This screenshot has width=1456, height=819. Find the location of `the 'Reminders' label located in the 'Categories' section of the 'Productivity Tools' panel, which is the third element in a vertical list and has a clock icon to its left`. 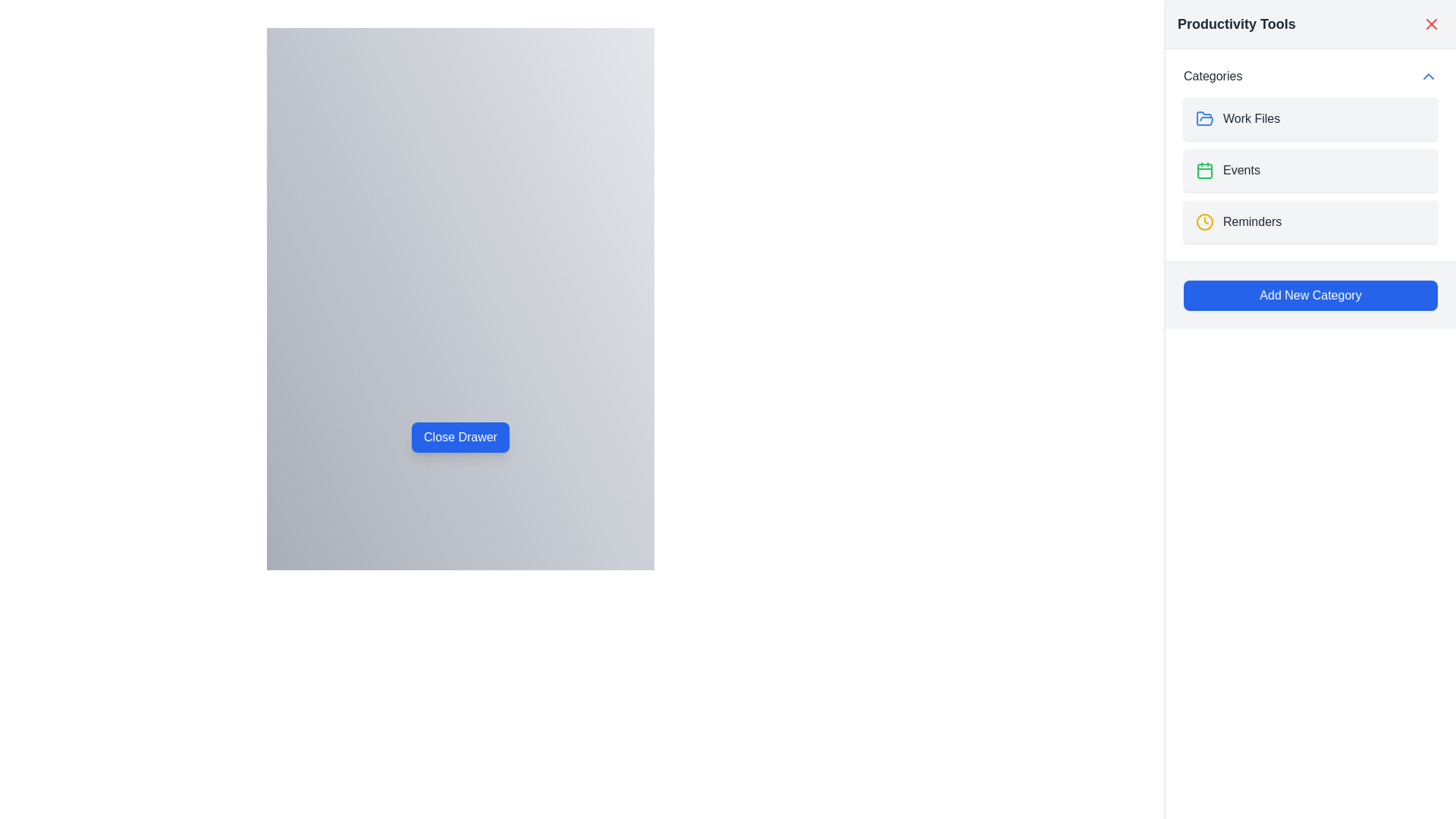

the 'Reminders' label located in the 'Categories' section of the 'Productivity Tools' panel, which is the third element in a vertical list and has a clock icon to its left is located at coordinates (1252, 222).